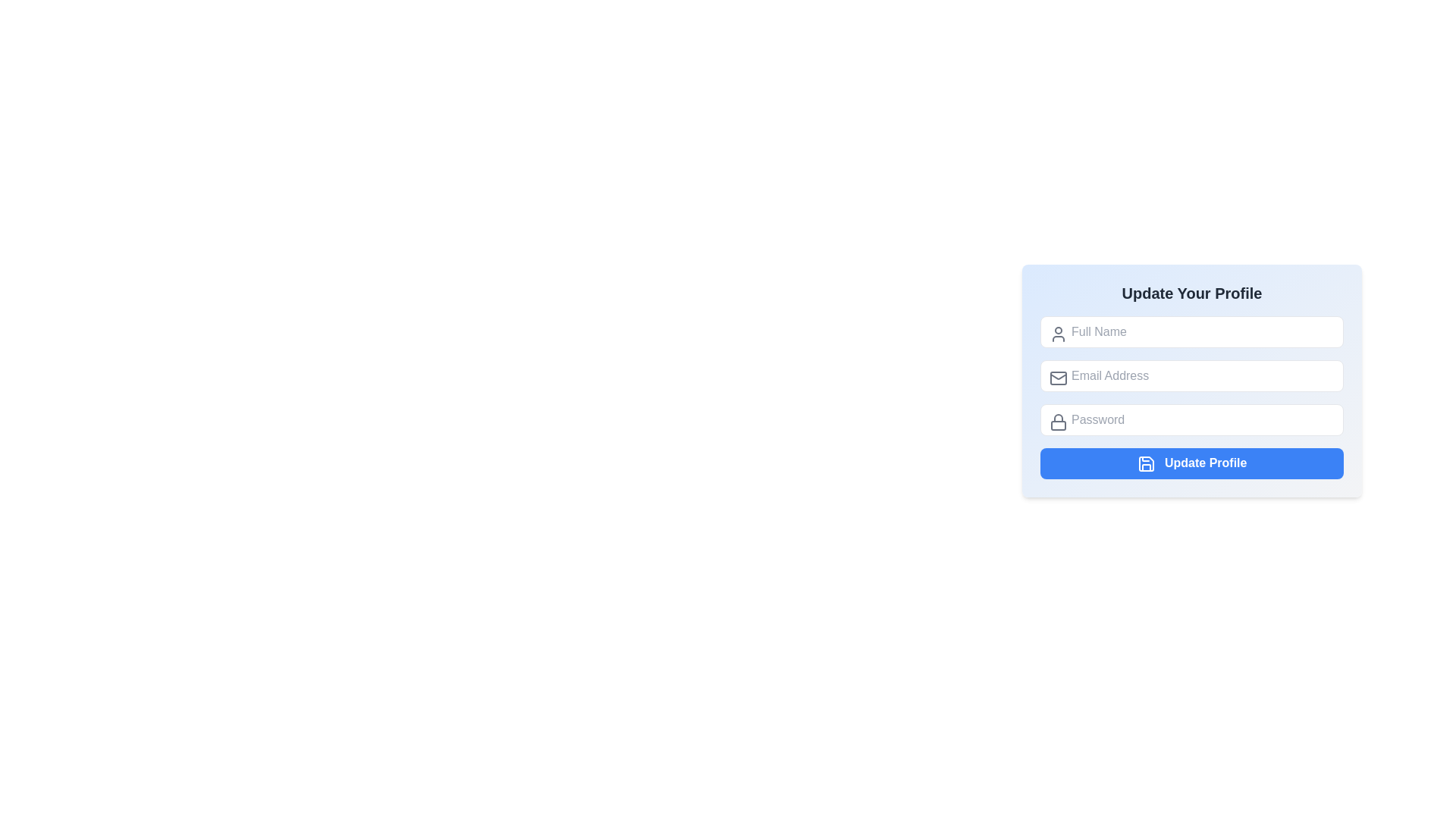 Image resolution: width=1456 pixels, height=819 pixels. I want to click on the envelope icon, which is a rectangular shape with rounded corners, located within the 'Email Address' form field, so click(1058, 377).